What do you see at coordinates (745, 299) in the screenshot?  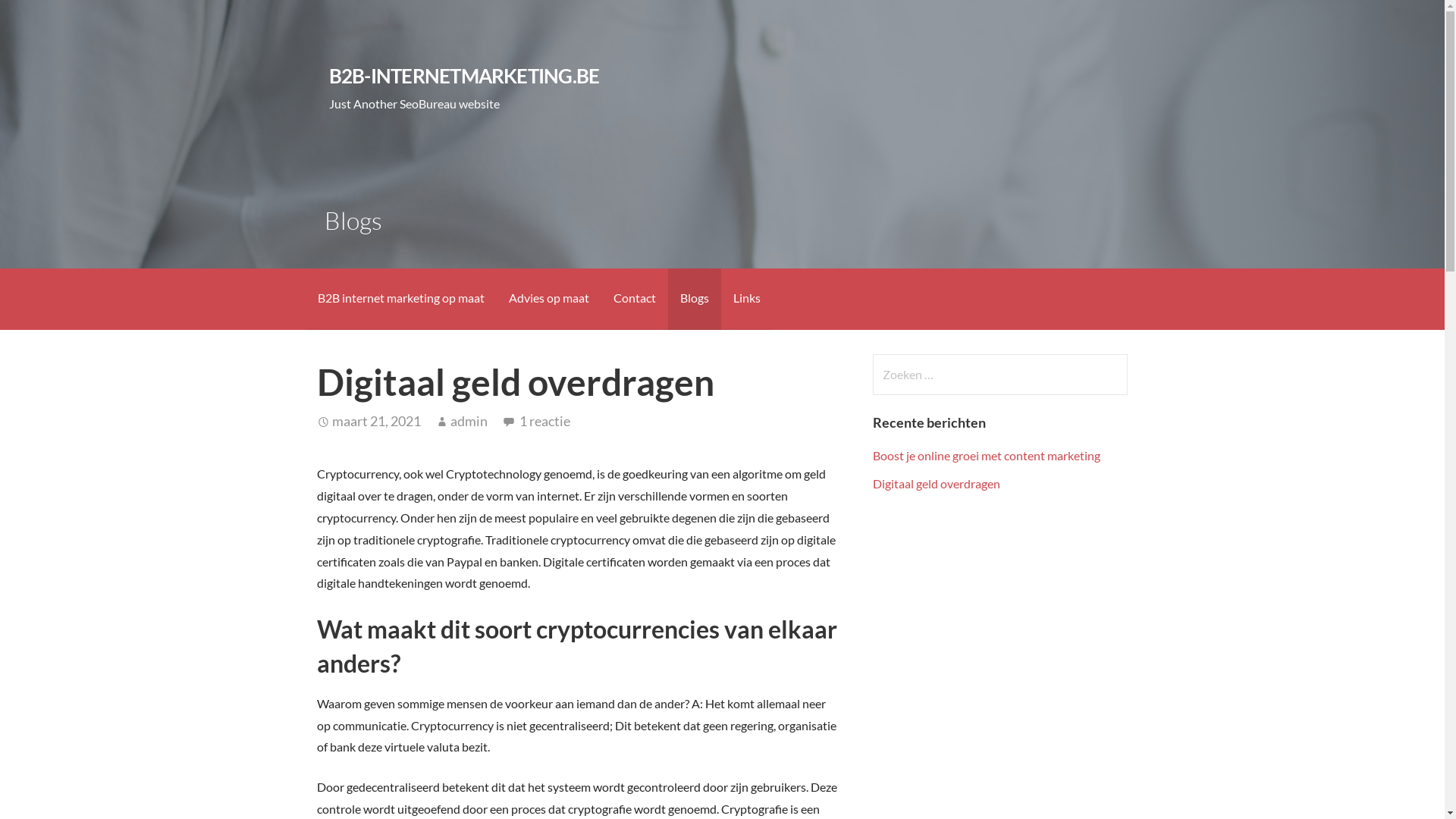 I see `'Links'` at bounding box center [745, 299].